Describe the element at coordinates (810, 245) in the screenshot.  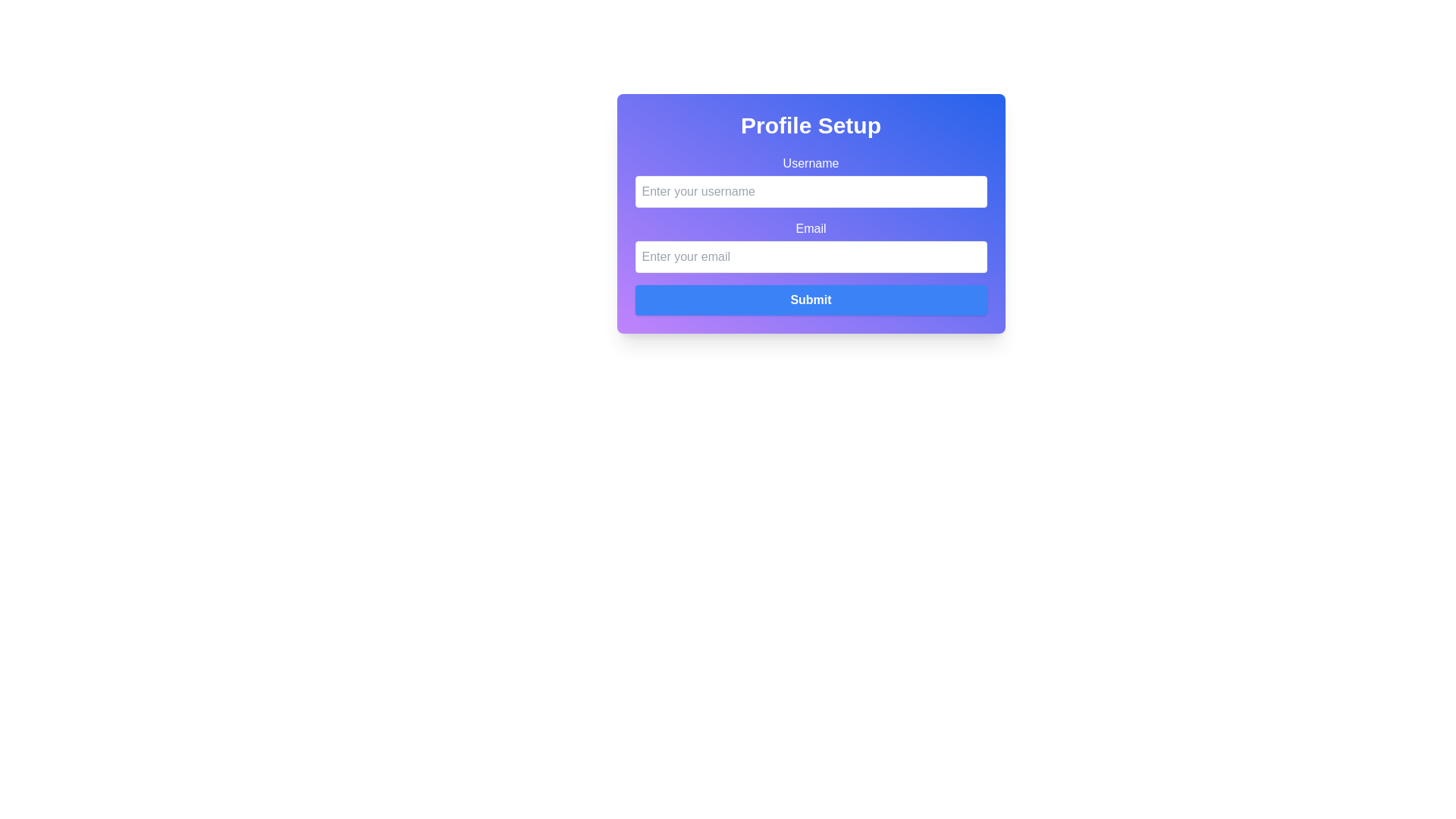
I see `the email input field, which is the second field in the form layout, to trigger a visual focus effect` at that location.